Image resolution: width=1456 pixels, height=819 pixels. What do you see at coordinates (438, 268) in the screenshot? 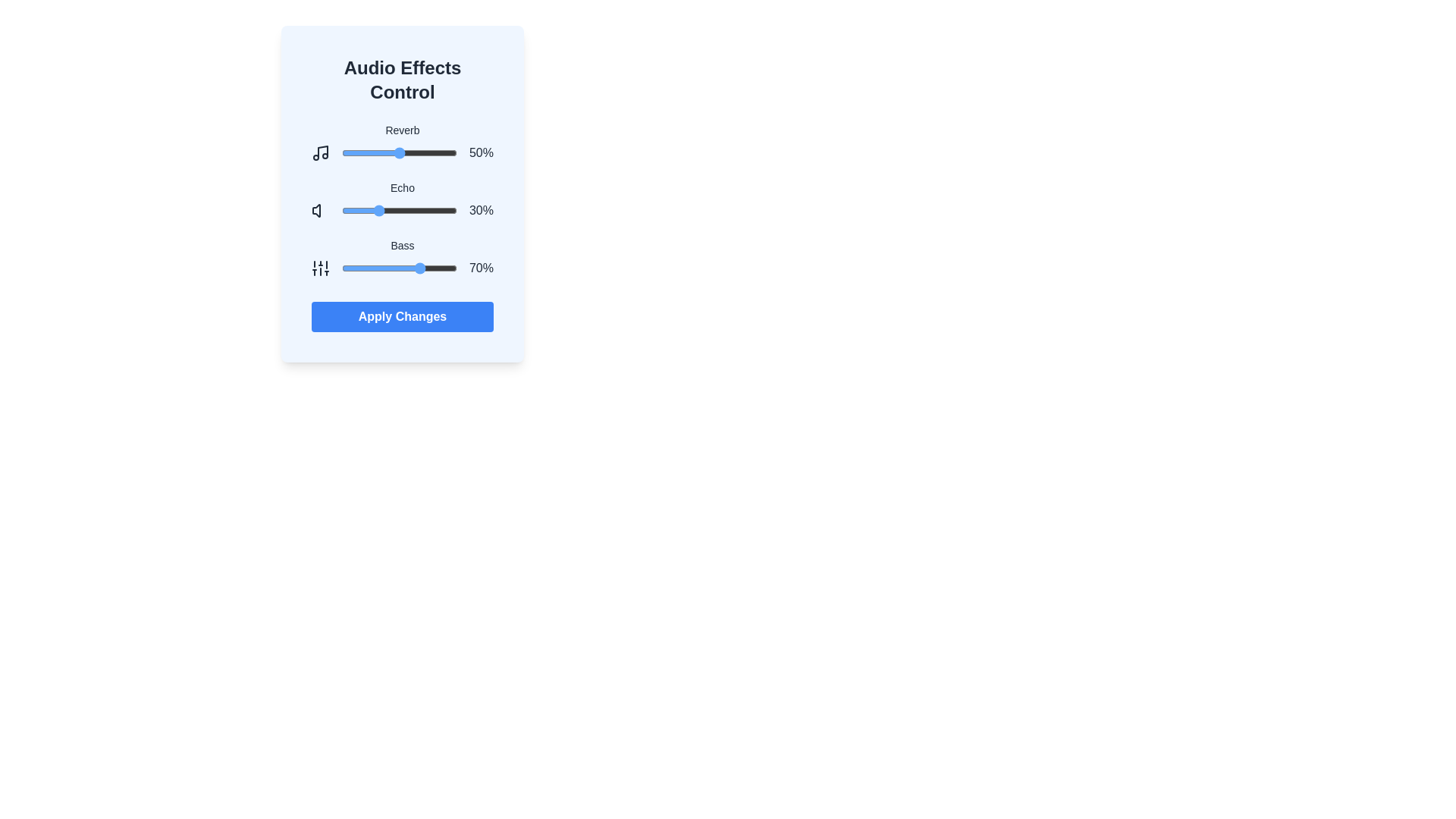
I see `bass` at bounding box center [438, 268].